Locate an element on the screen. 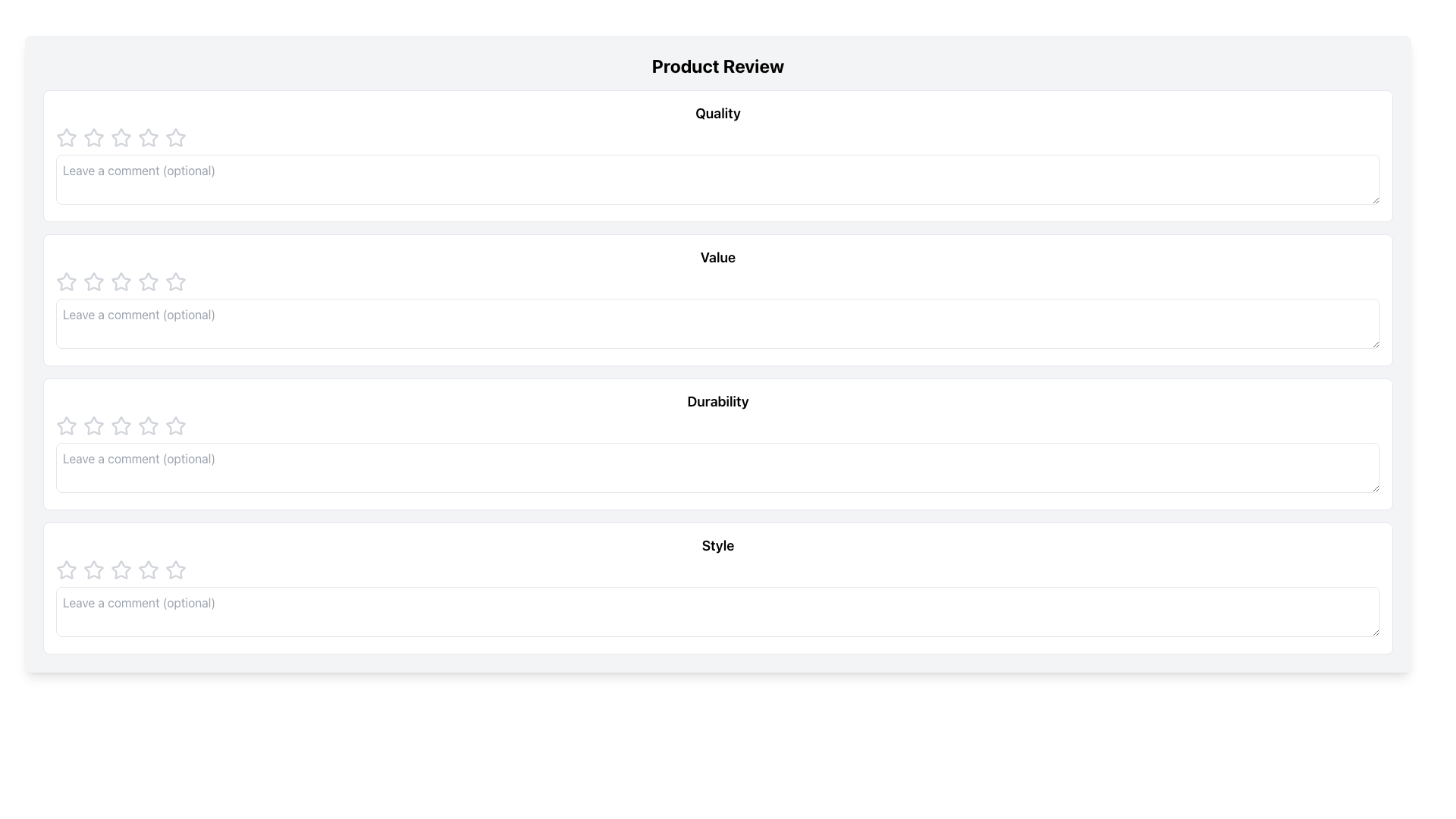  the first star icon in the rating mechanism within the 'Value' section is located at coordinates (65, 281).